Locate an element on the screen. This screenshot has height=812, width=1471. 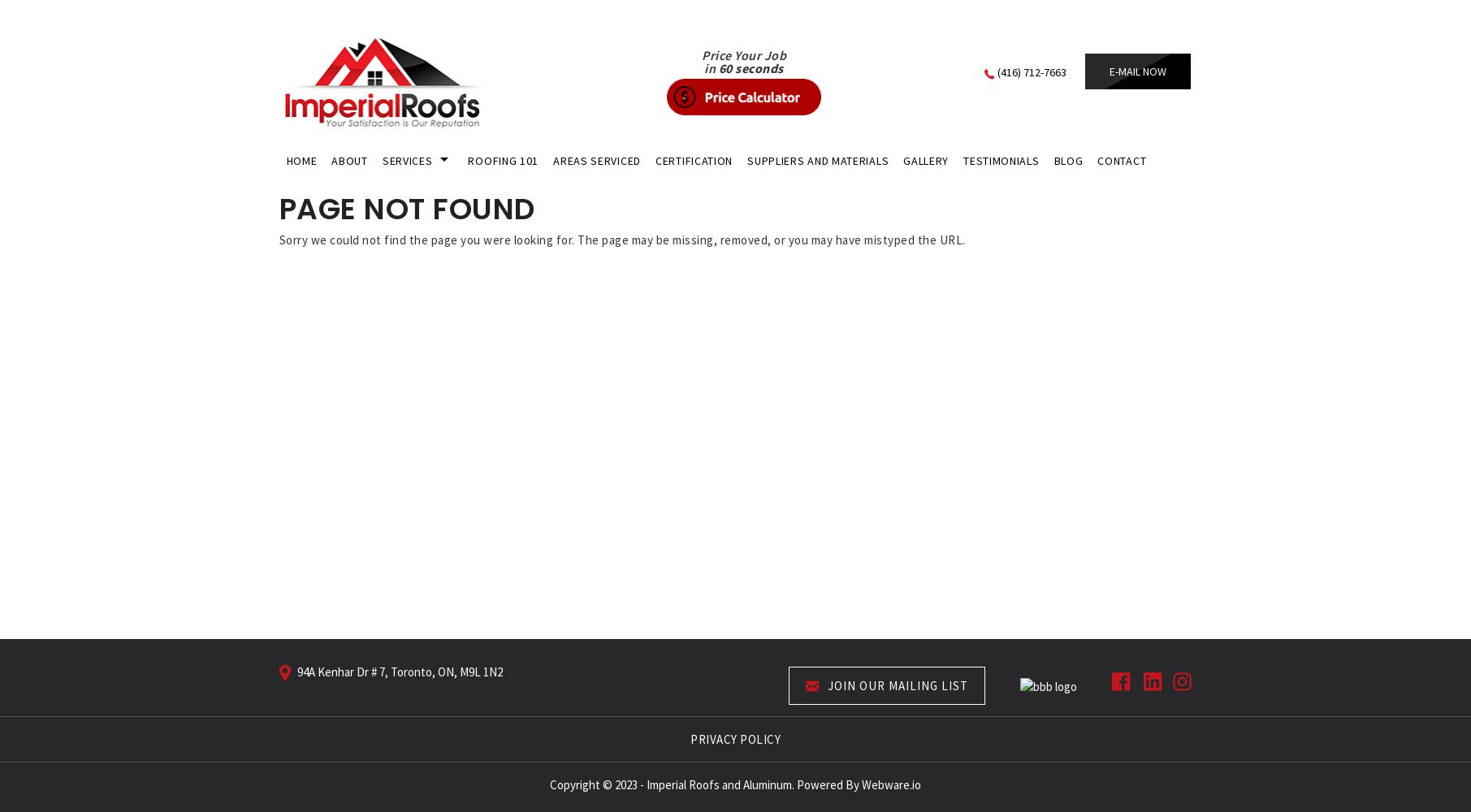
'Webware.io' is located at coordinates (891, 783).